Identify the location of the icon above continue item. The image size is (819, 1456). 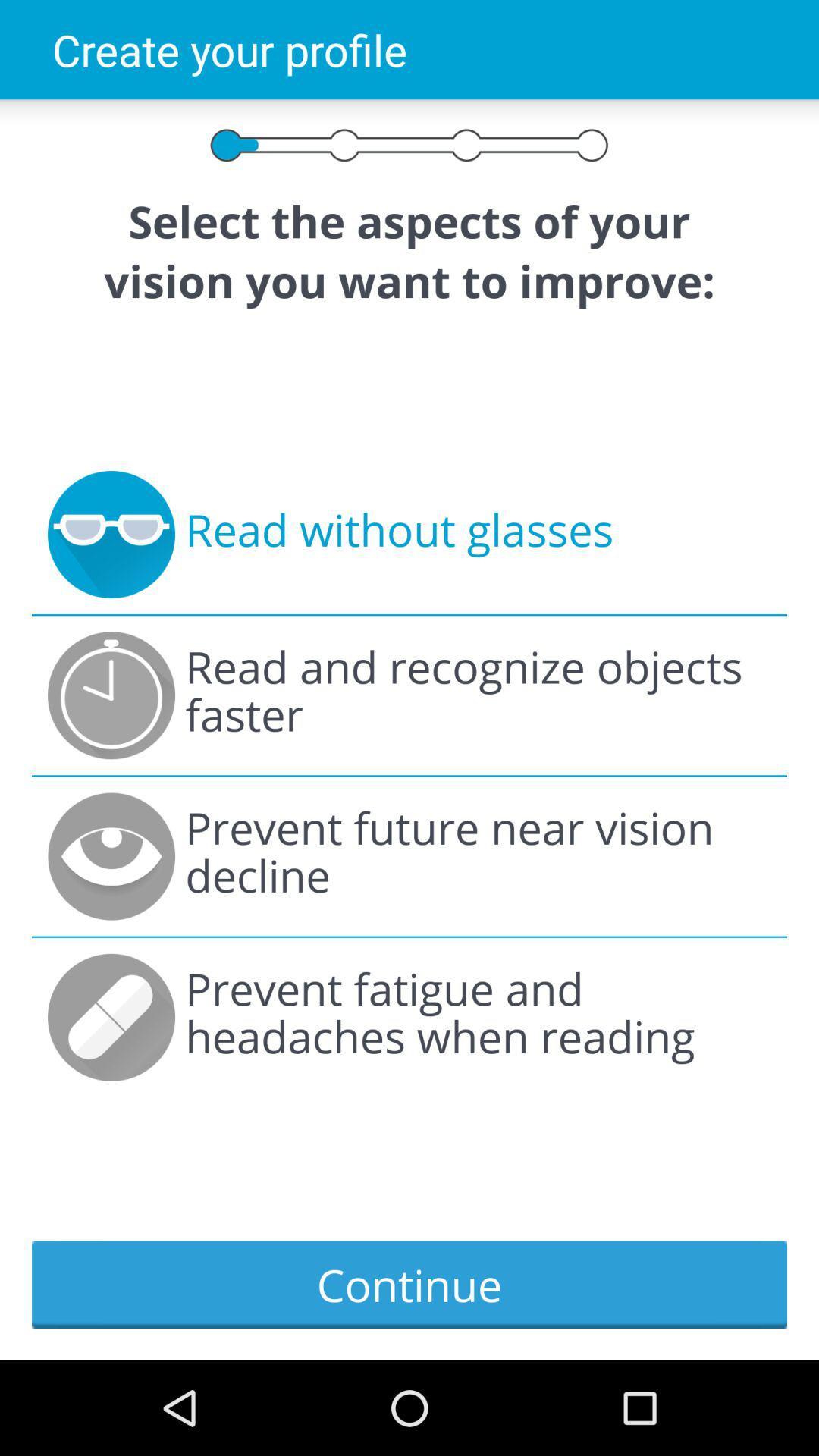
(478, 1017).